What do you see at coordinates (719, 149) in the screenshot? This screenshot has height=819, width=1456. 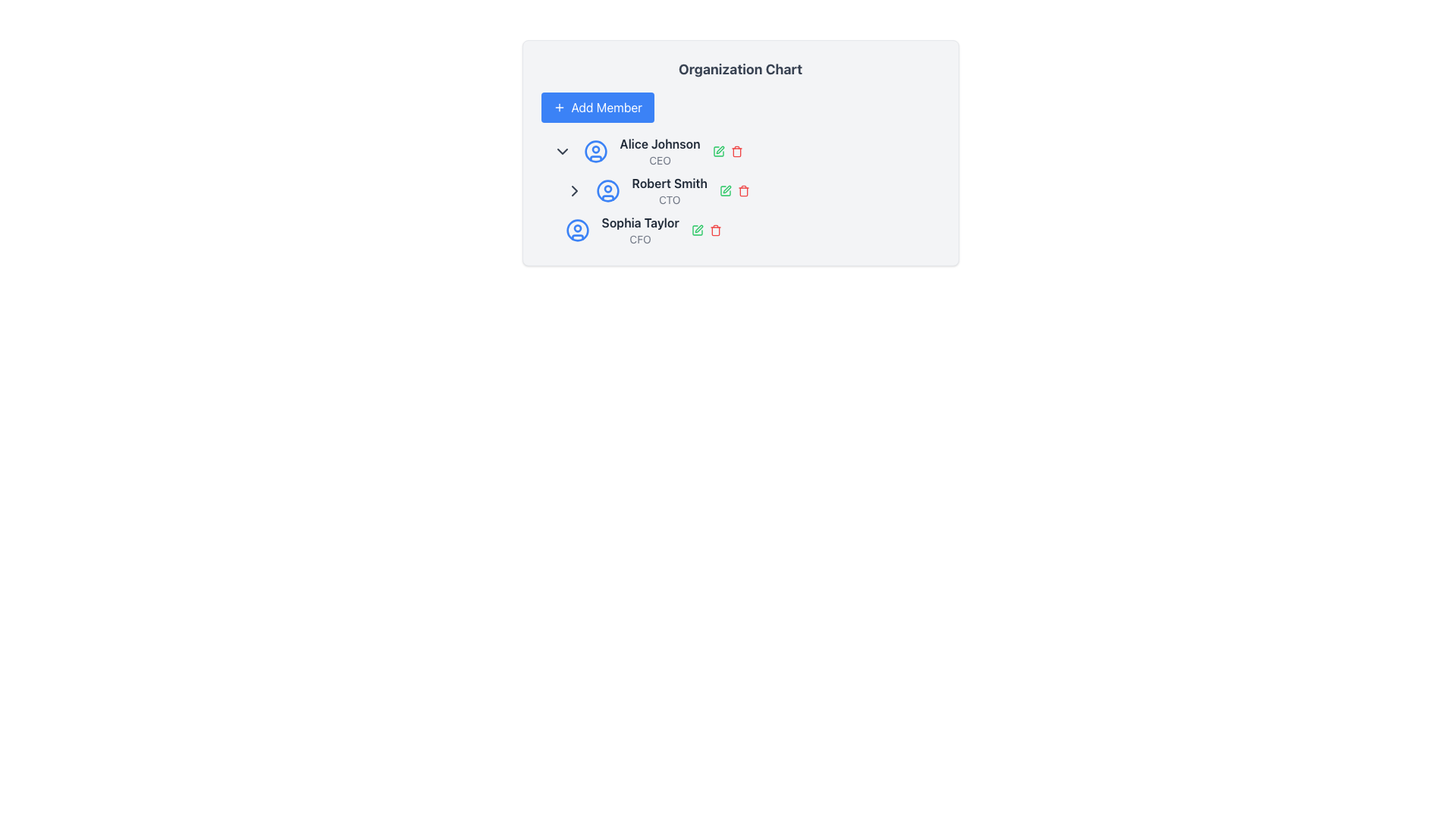 I see `the edit action icon located to the left of the red trash icon in the row associated with Alice Johnson` at bounding box center [719, 149].